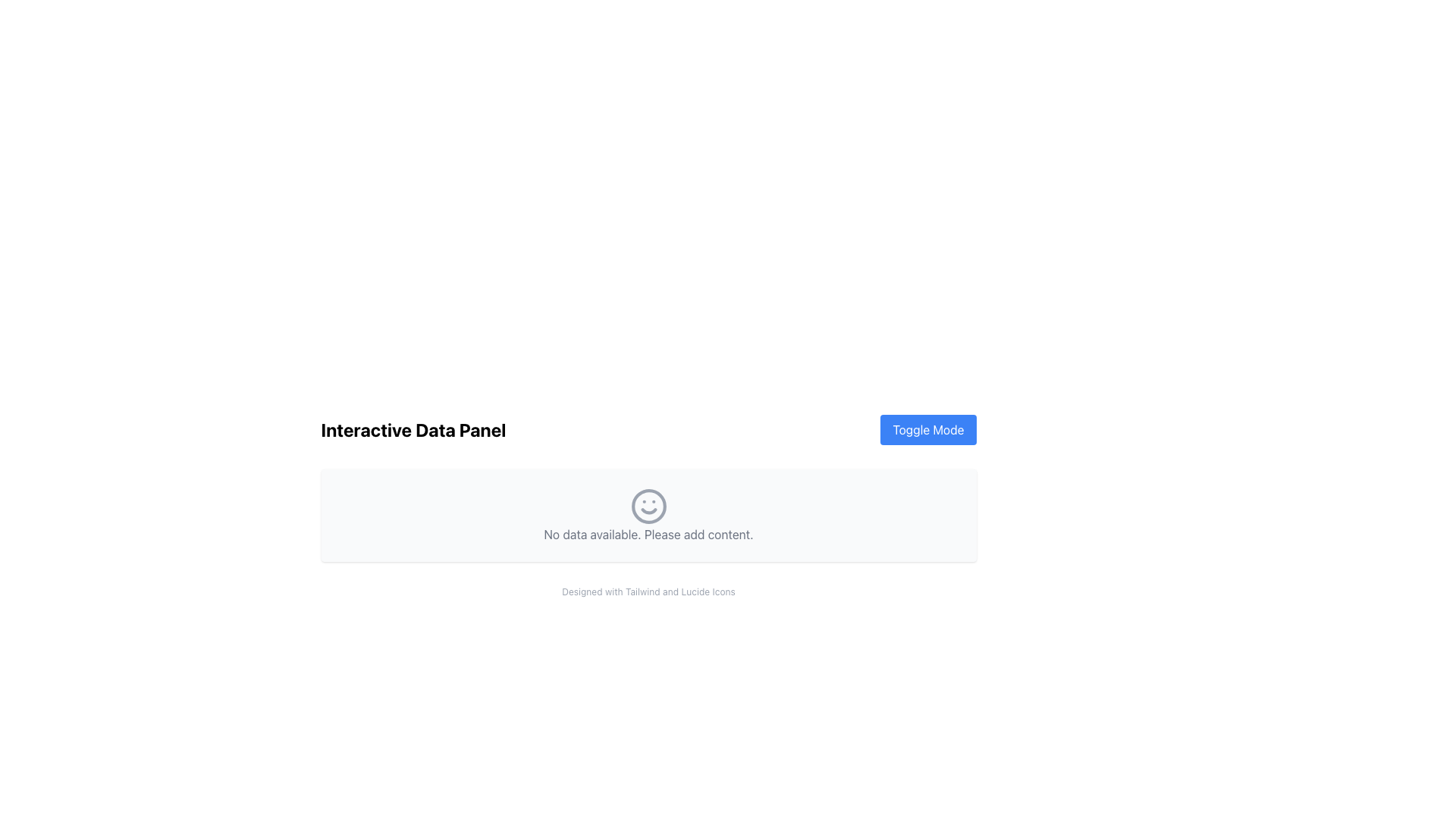 This screenshot has width=1456, height=819. Describe the element at coordinates (927, 430) in the screenshot. I see `the 'Toggle Mode' button located in the upper-right corner of the Interactive Data Panel` at that location.